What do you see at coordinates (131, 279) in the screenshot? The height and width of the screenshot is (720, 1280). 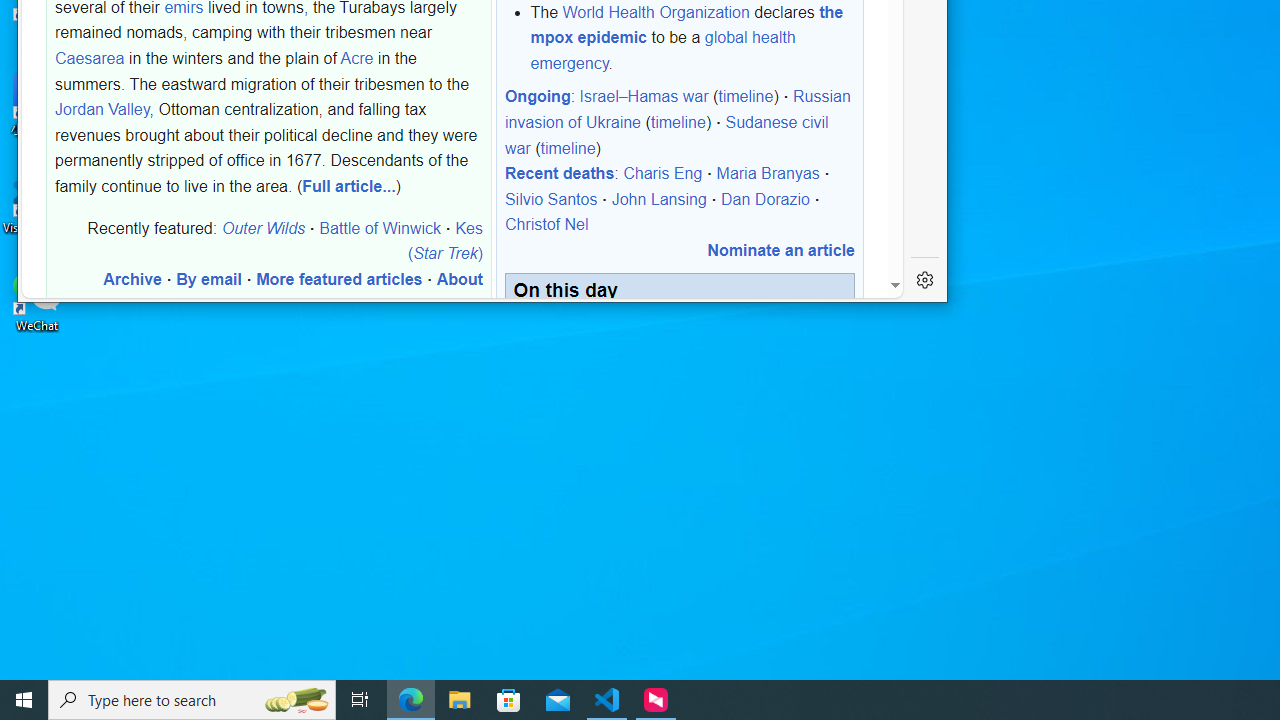 I see `'Archive'` at bounding box center [131, 279].